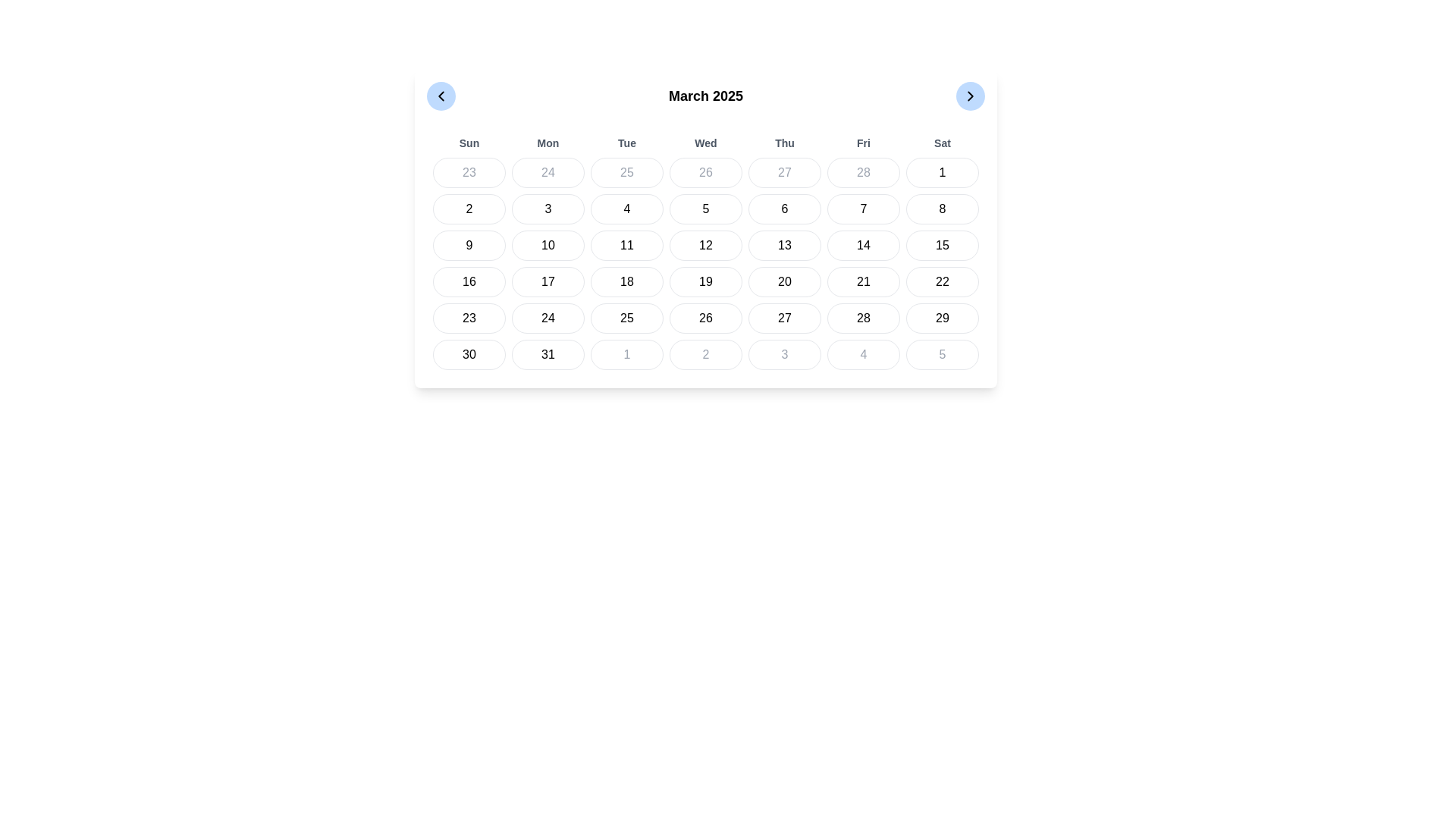  Describe the element at coordinates (626, 354) in the screenshot. I see `the inactive calendar date button representing the date '1' in the March 2025 calendar grid` at that location.